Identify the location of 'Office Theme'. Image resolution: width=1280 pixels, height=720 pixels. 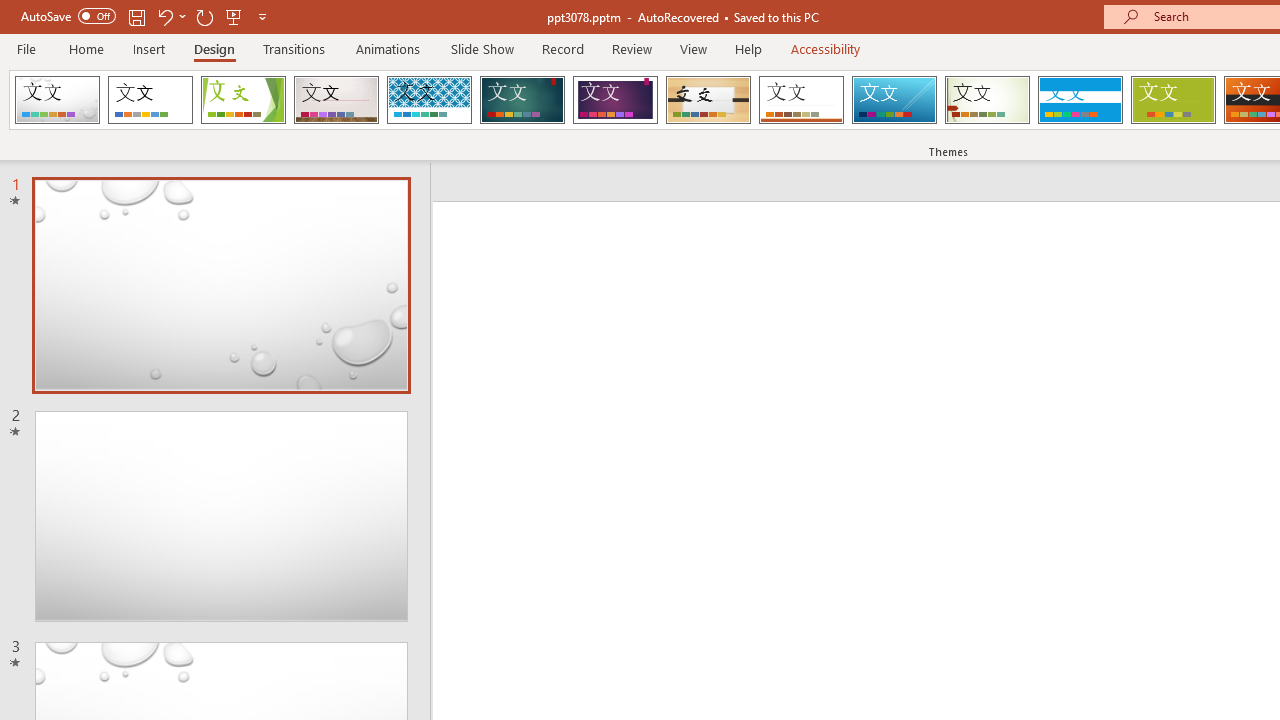
(149, 100).